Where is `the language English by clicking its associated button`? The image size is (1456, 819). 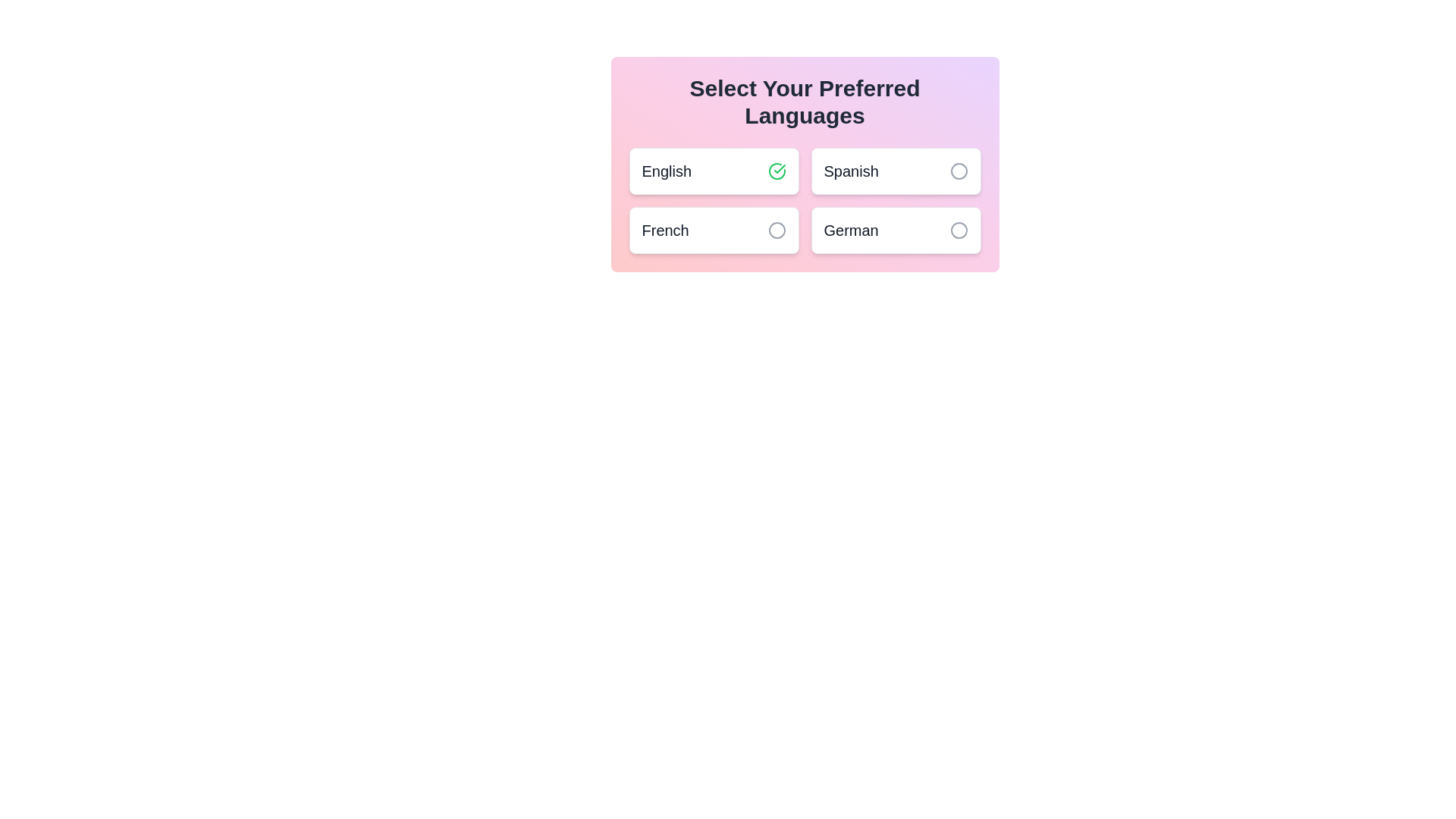
the language English by clicking its associated button is located at coordinates (777, 171).